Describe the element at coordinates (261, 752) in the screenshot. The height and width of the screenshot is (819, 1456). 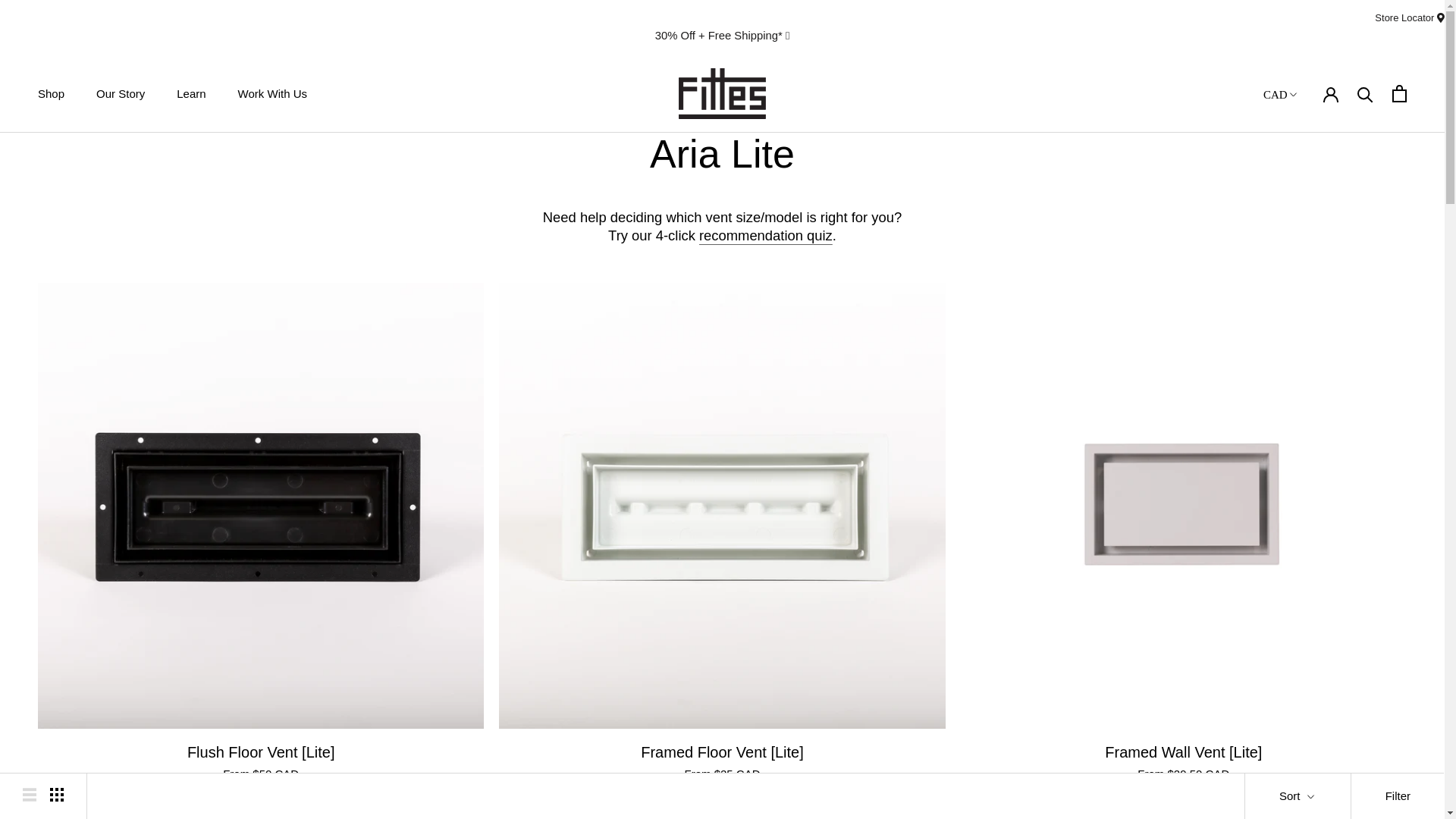
I see `'Flush Floor Vent [Lite]'` at that location.